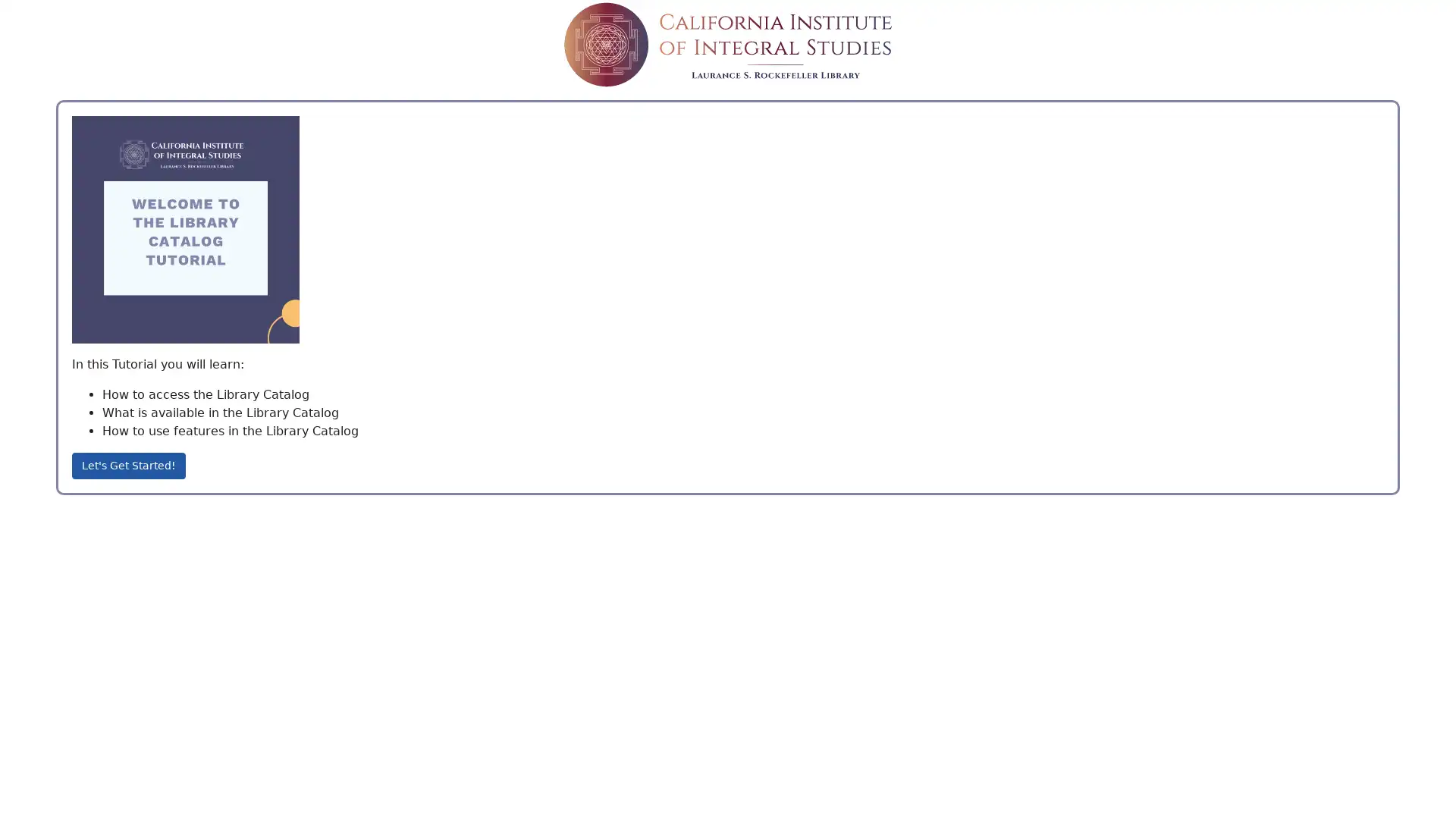 Image resolution: width=1456 pixels, height=819 pixels. Describe the element at coordinates (127, 464) in the screenshot. I see `Let's Get Started!` at that location.